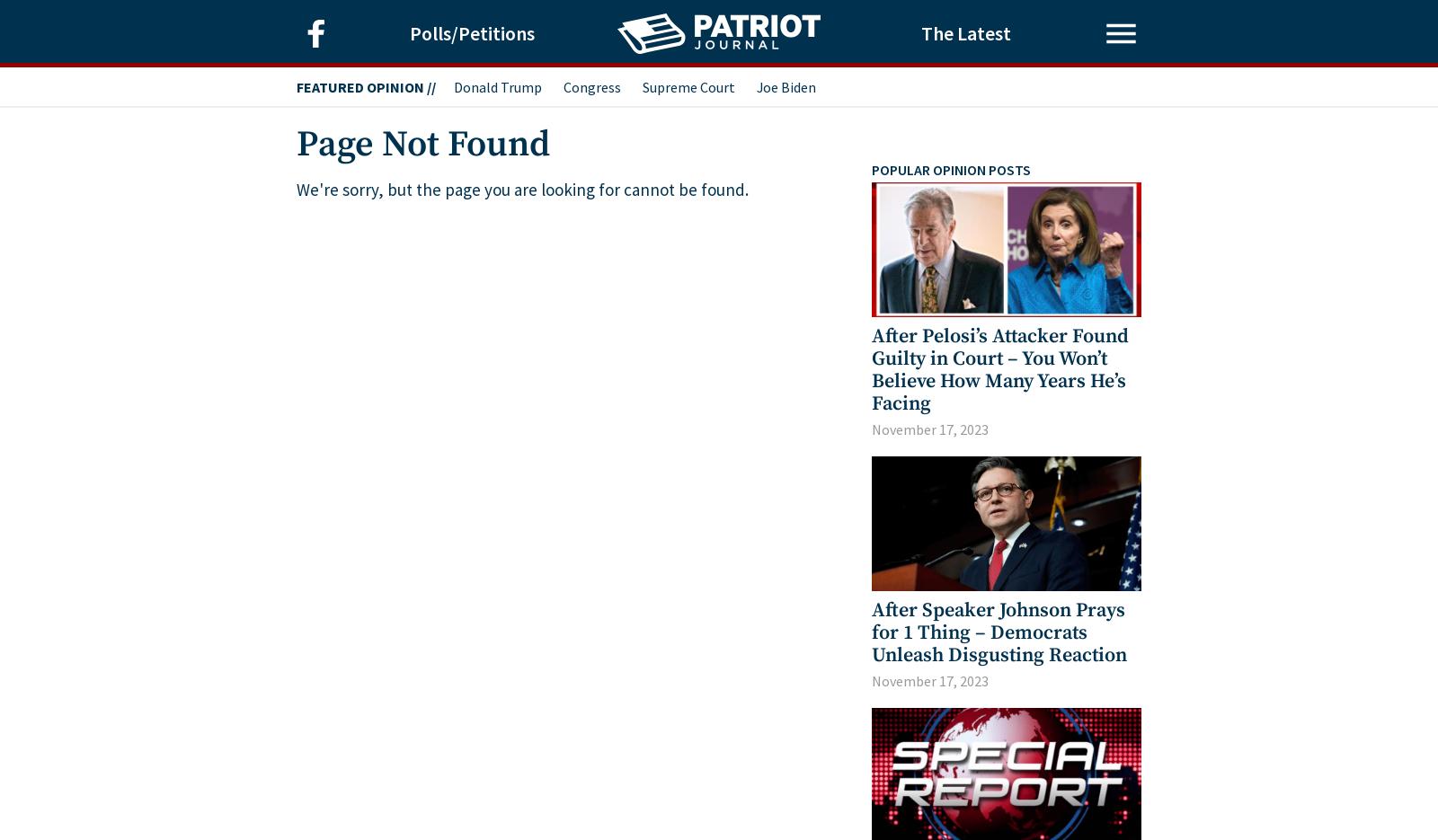 The image size is (1438, 840). Describe the element at coordinates (966, 32) in the screenshot. I see `'The Latest'` at that location.